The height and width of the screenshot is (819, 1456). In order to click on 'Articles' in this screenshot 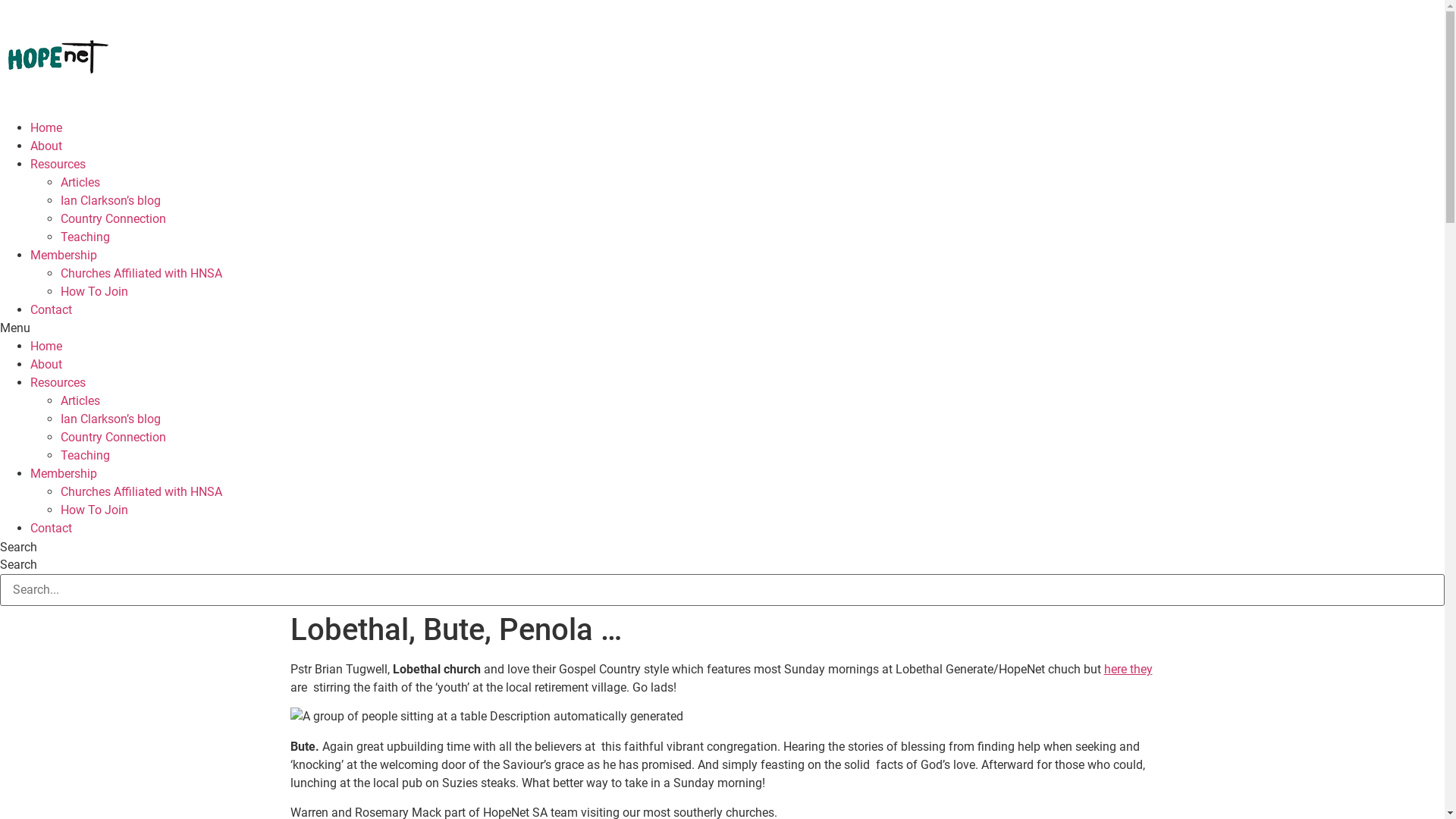, I will do `click(79, 400)`.